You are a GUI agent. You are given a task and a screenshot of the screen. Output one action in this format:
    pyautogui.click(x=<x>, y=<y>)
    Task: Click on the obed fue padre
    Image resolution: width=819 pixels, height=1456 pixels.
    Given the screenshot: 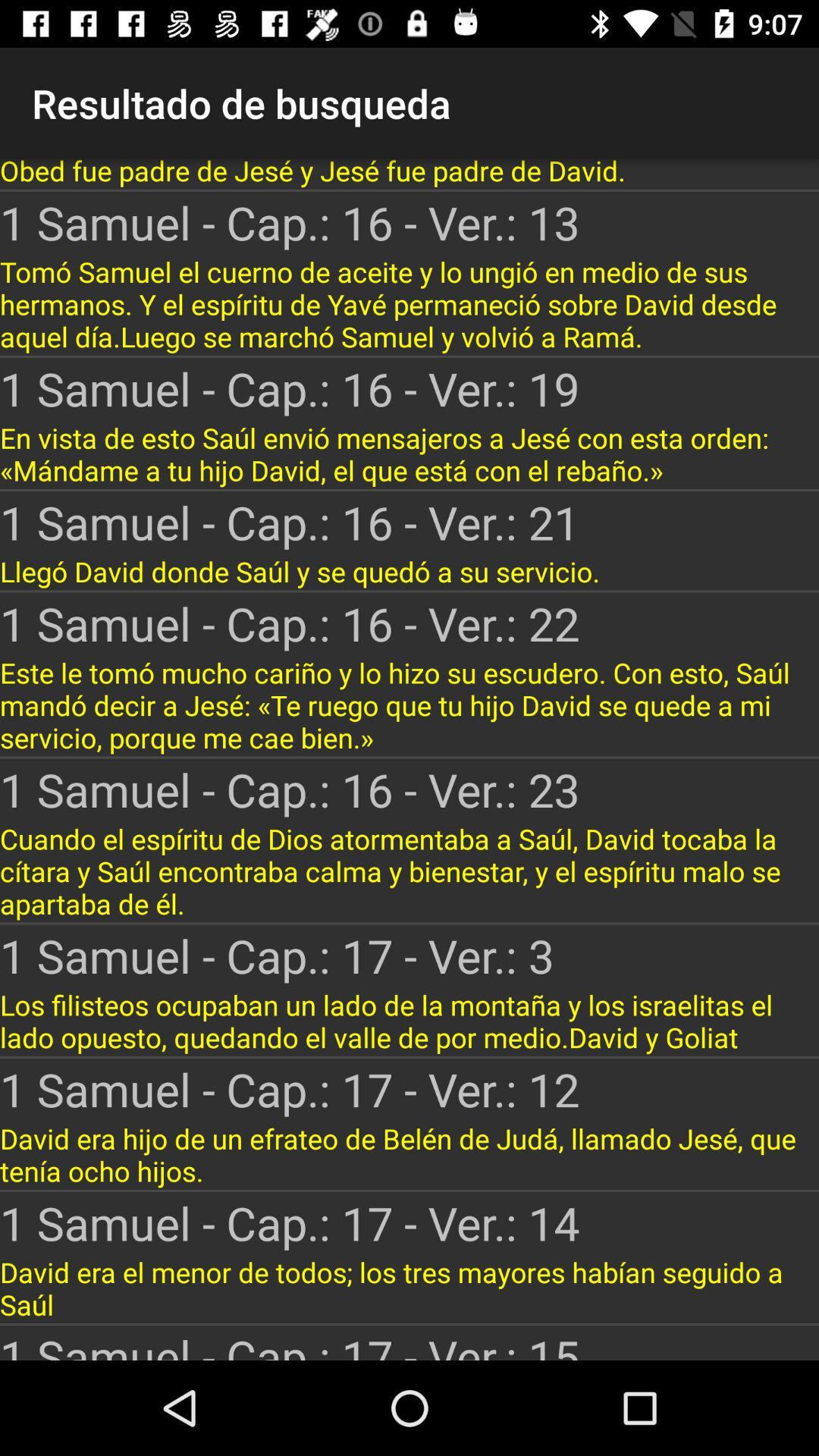 What is the action you would take?
    pyautogui.click(x=409, y=174)
    